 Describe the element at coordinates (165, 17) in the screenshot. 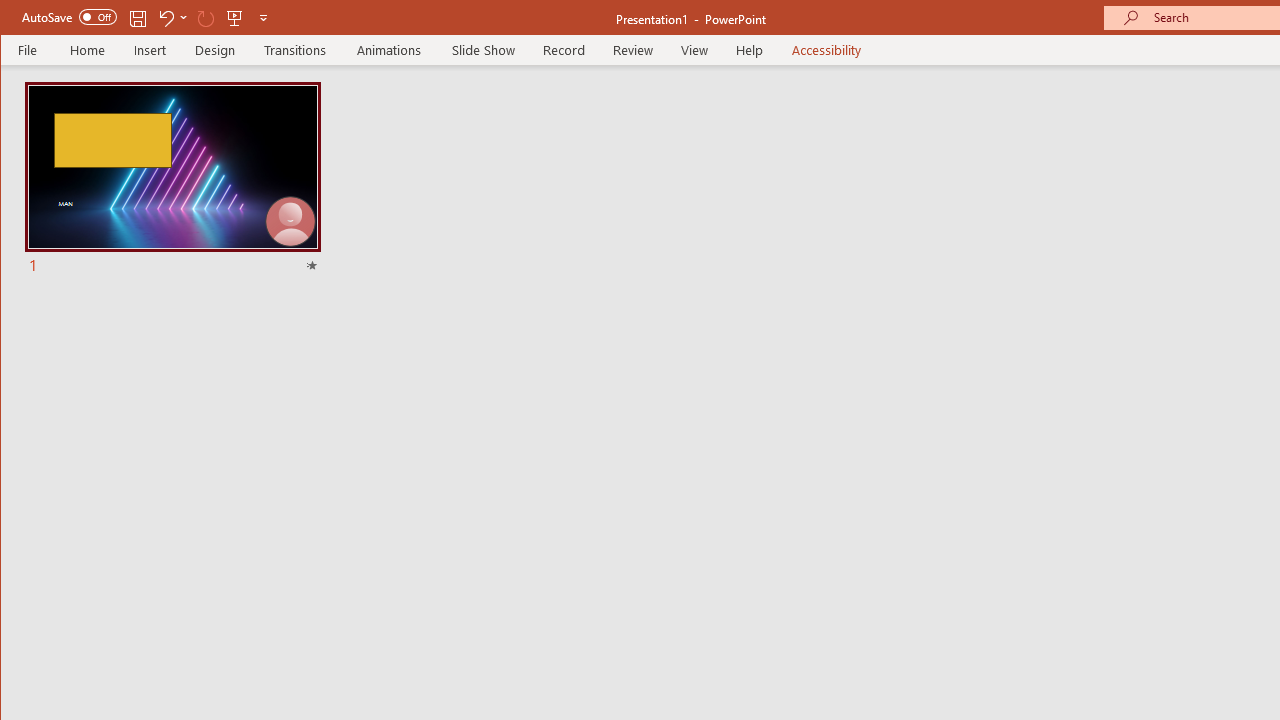

I see `'Undo'` at that location.